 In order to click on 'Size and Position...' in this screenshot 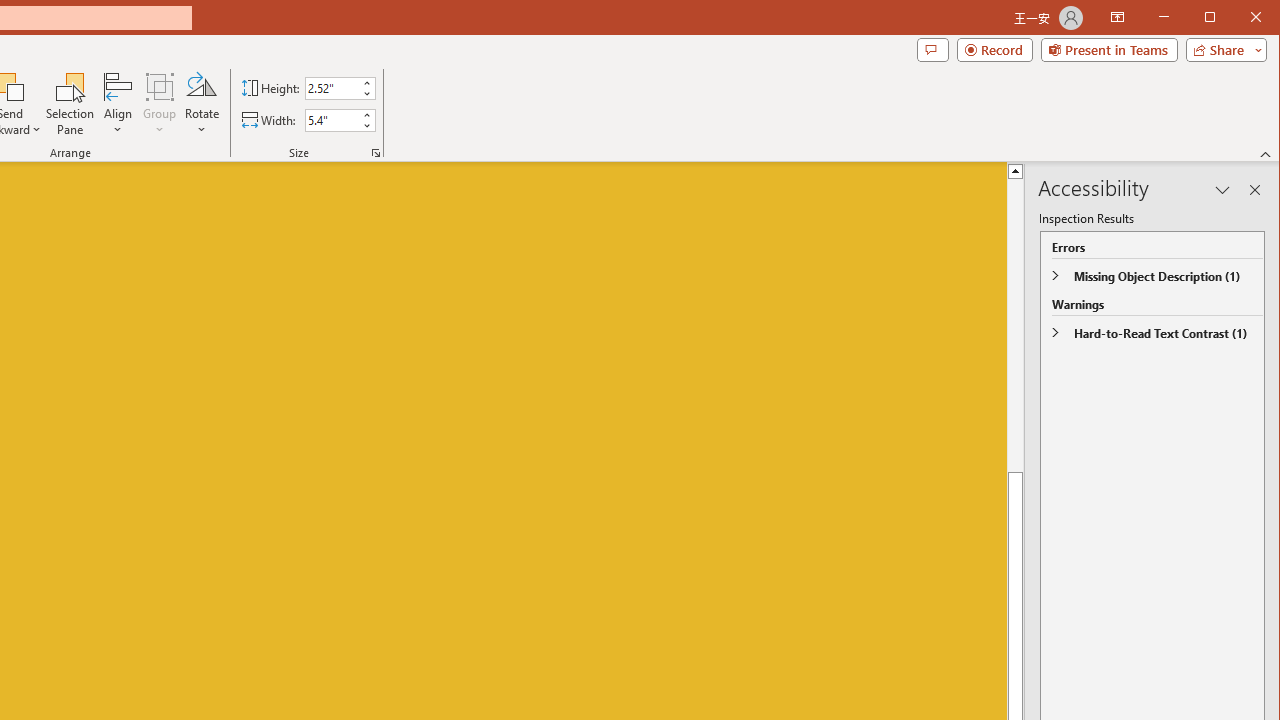, I will do `click(376, 152)`.